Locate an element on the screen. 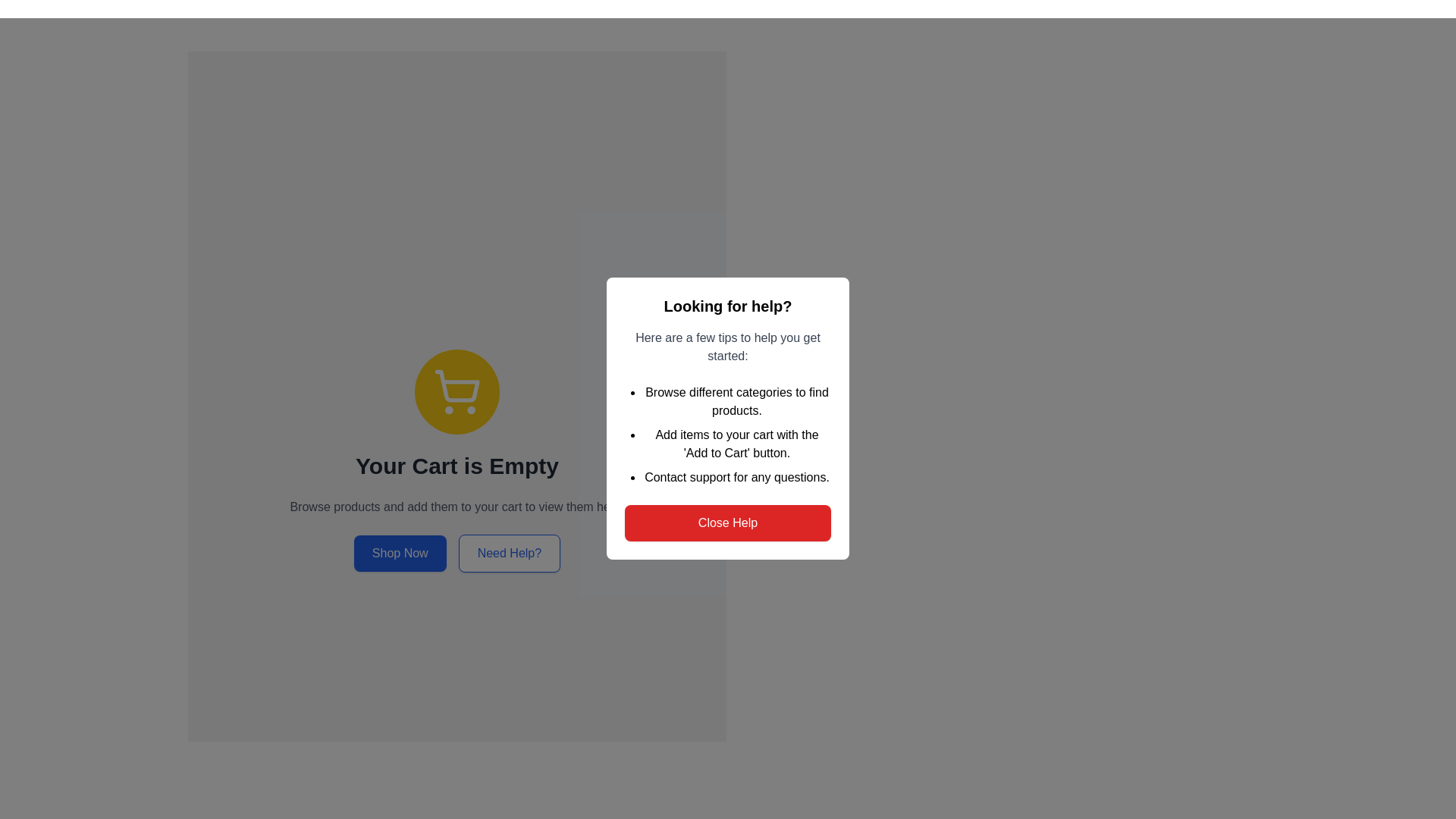 The width and height of the screenshot is (1456, 819). the introductory subheading label located in the help popup, which provides context for the list of tips below it is located at coordinates (728, 347).